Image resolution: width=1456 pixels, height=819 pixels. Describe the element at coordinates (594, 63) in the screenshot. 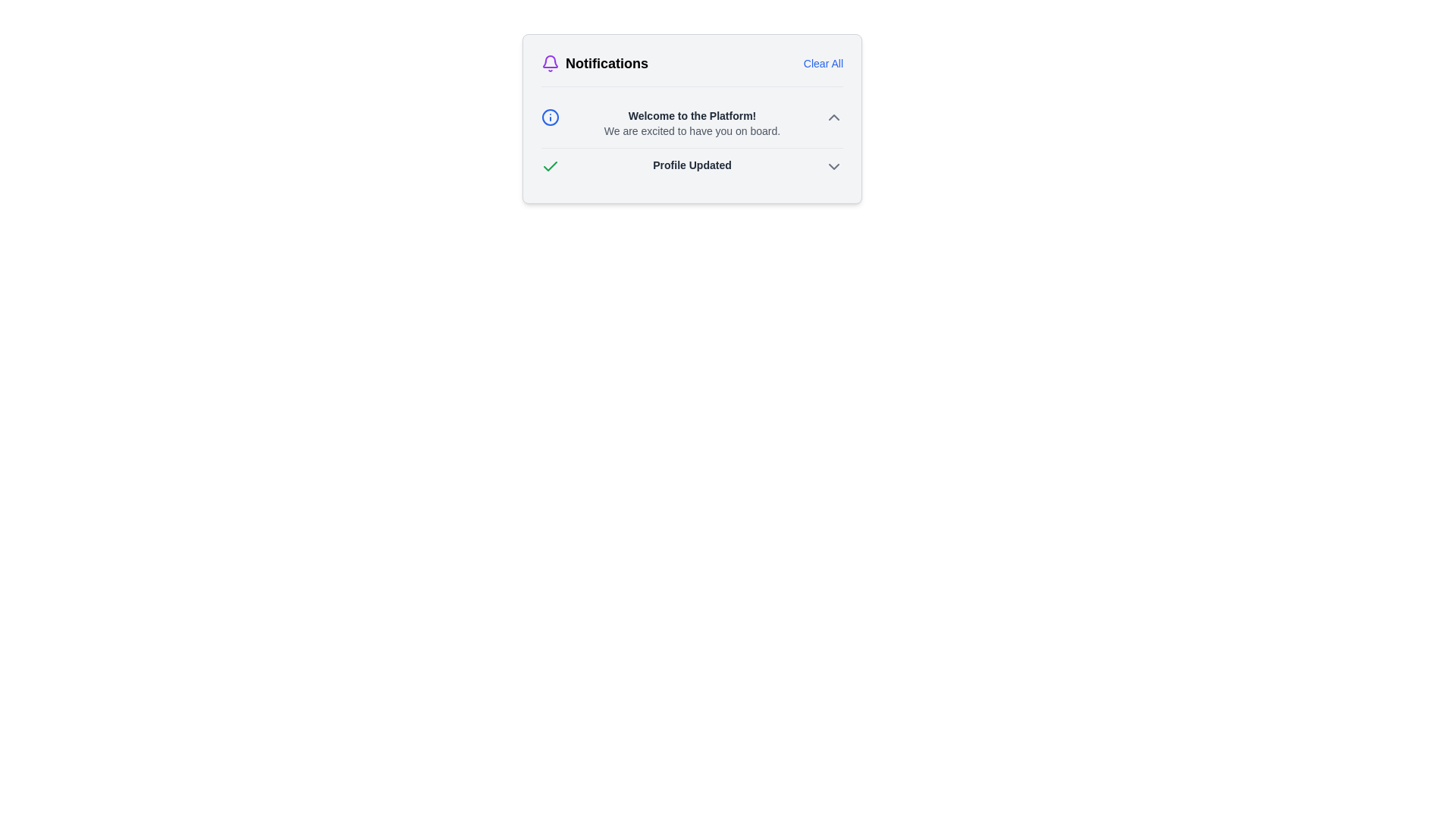

I see `text of the 'Notifications' section title, which is styled in bold and accompanied by a purple notification bell icon, located at the top-left of the section header` at that location.